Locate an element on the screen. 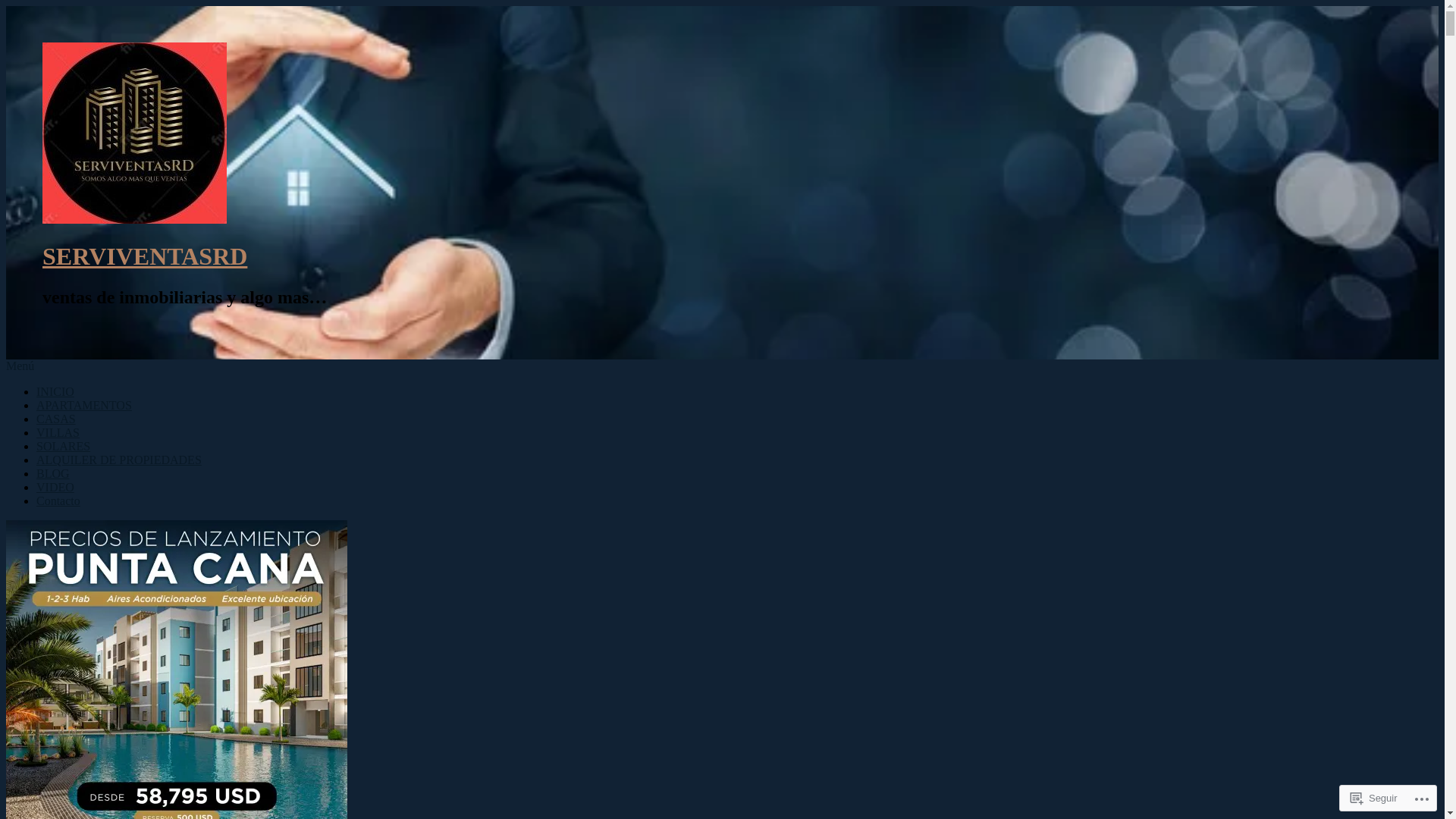 The width and height of the screenshot is (1456, 819). 'VILLAS' is located at coordinates (58, 432).